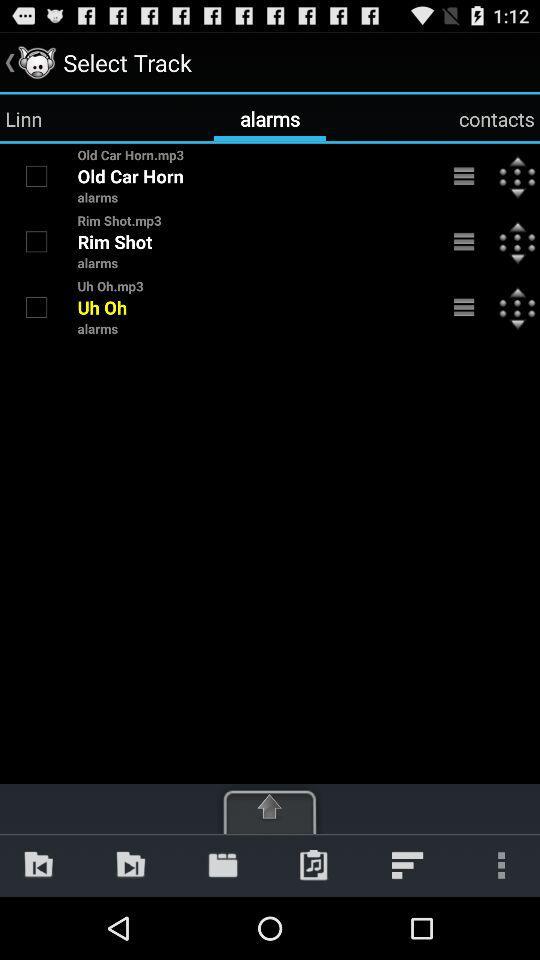 The height and width of the screenshot is (960, 540). Describe the element at coordinates (464, 240) in the screenshot. I see `options` at that location.